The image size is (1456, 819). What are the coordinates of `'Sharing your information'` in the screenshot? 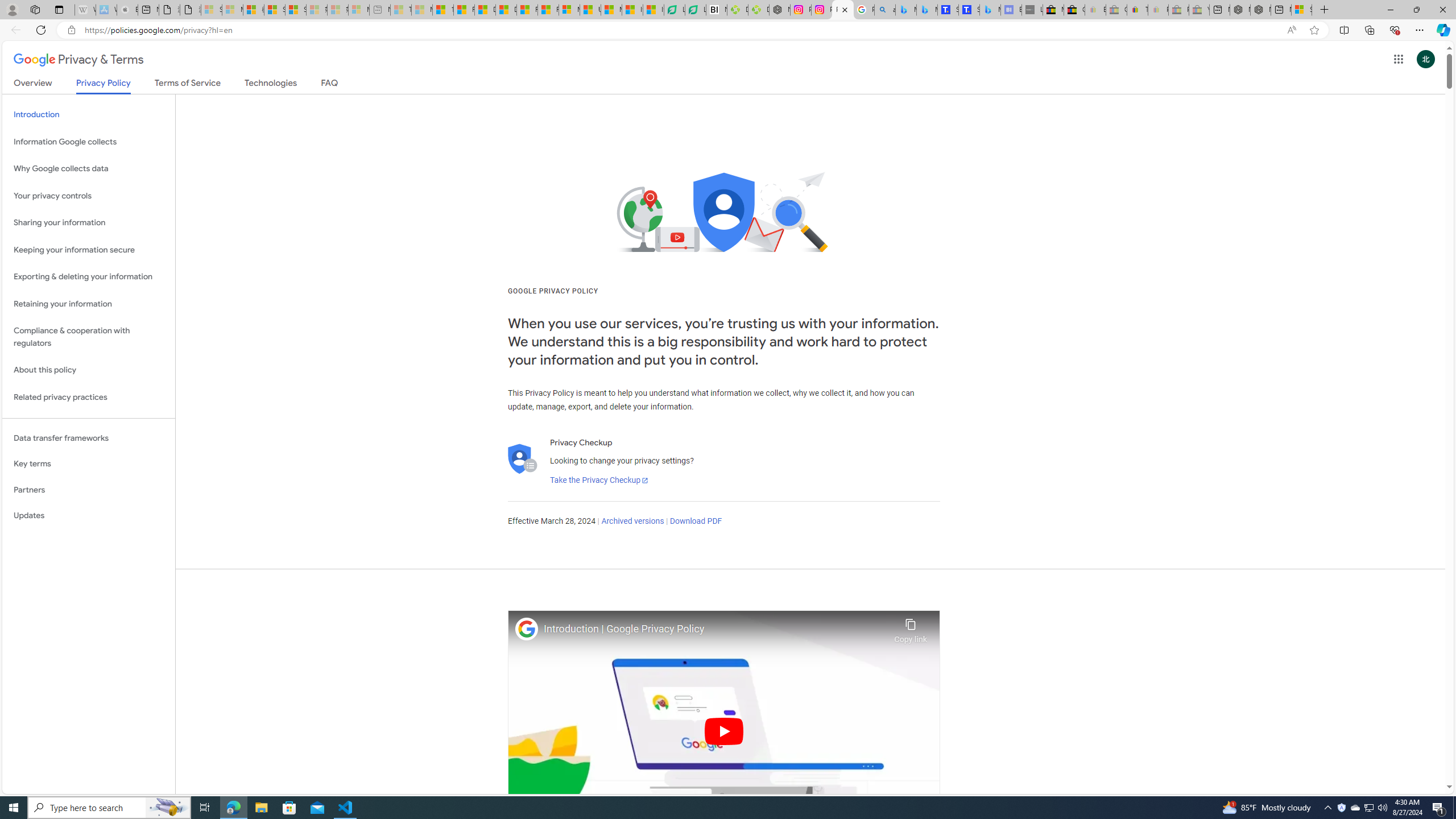 It's located at (88, 222).